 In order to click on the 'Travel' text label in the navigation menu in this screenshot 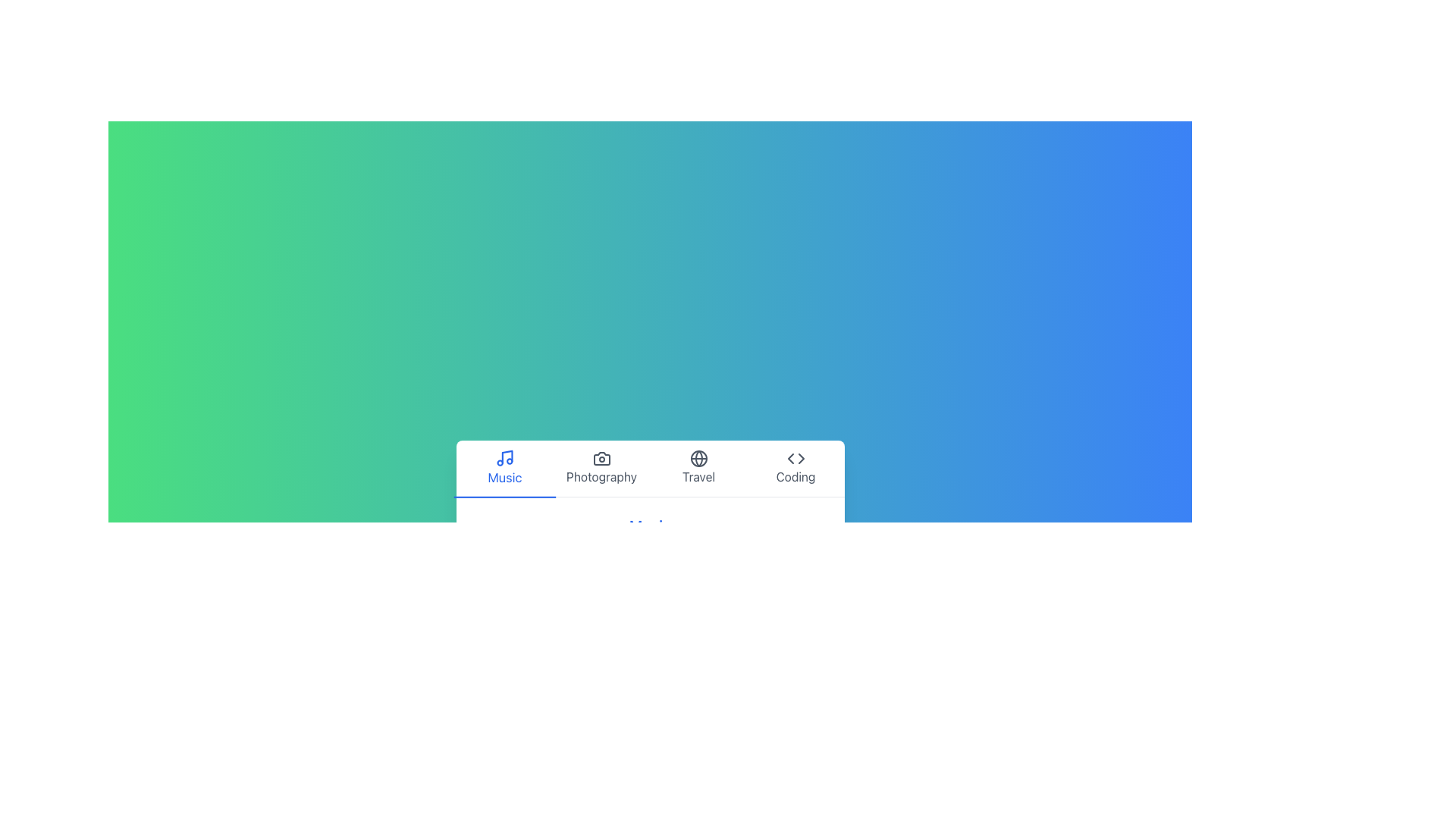, I will do `click(698, 475)`.